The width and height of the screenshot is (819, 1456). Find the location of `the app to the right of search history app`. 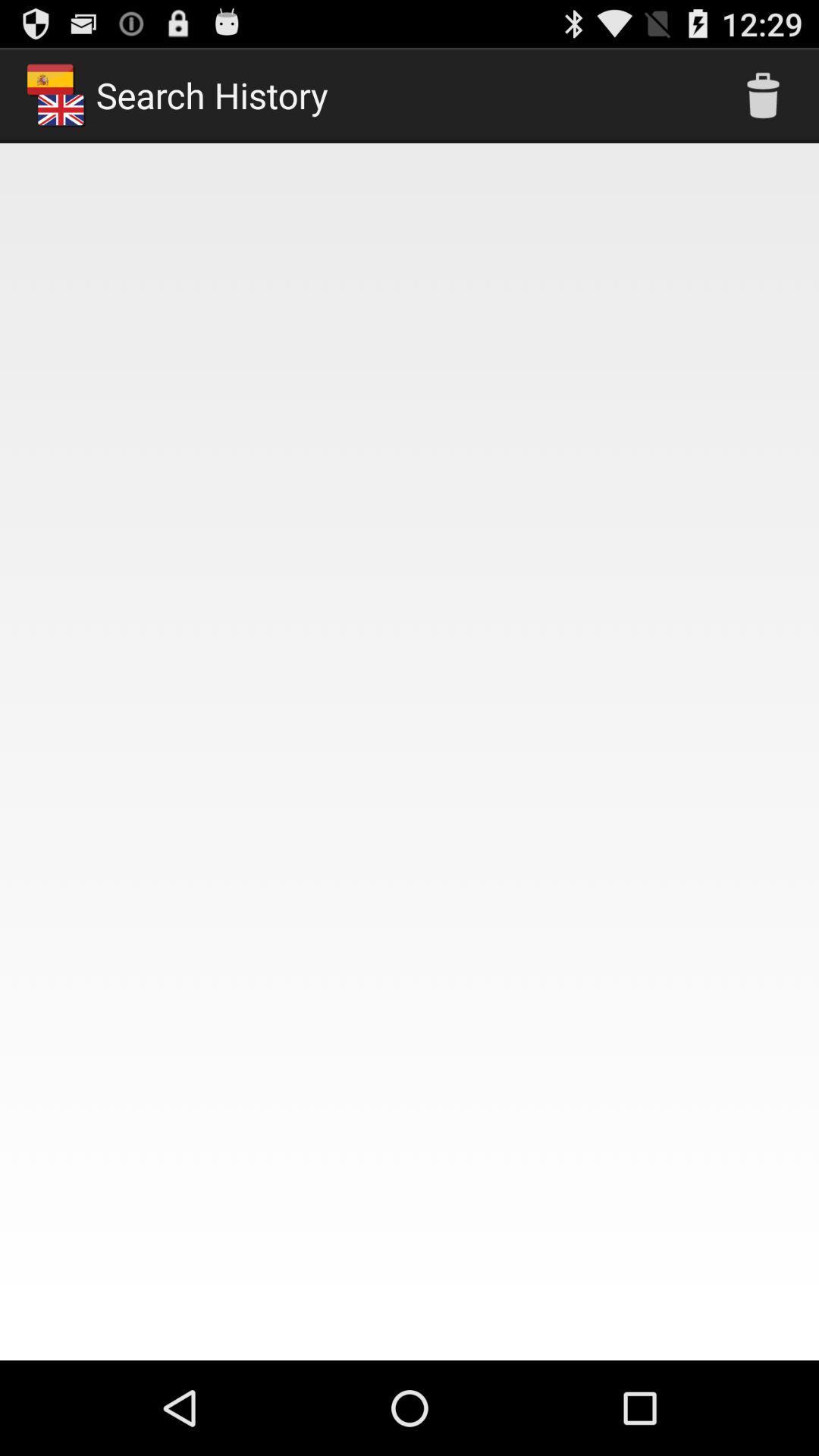

the app to the right of search history app is located at coordinates (763, 94).